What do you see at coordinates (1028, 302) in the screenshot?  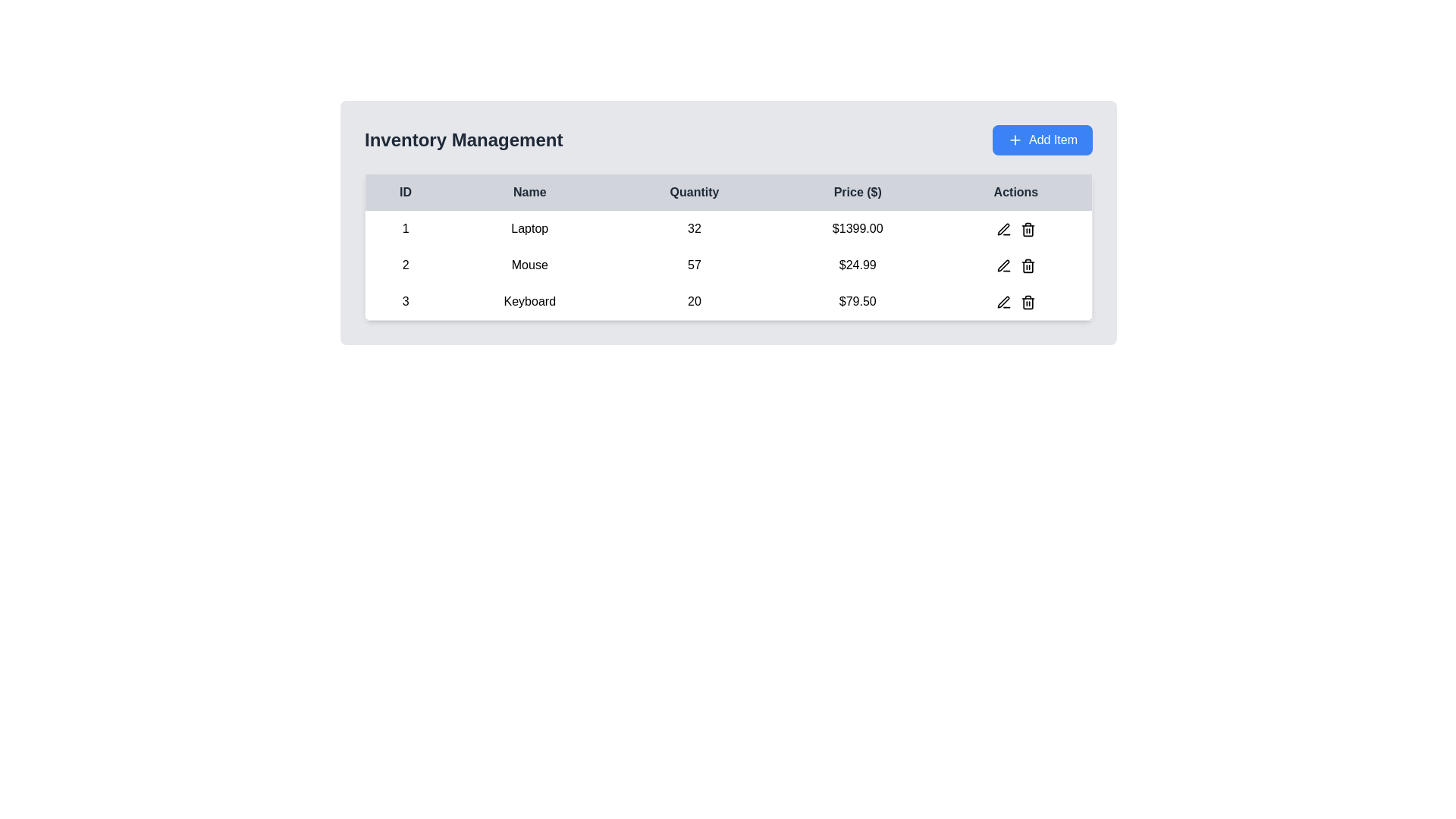 I see `the trash bin icon located in the 'Actions' column of the table, specifically in the third row corresponding to the 'Keyboard' item` at bounding box center [1028, 302].